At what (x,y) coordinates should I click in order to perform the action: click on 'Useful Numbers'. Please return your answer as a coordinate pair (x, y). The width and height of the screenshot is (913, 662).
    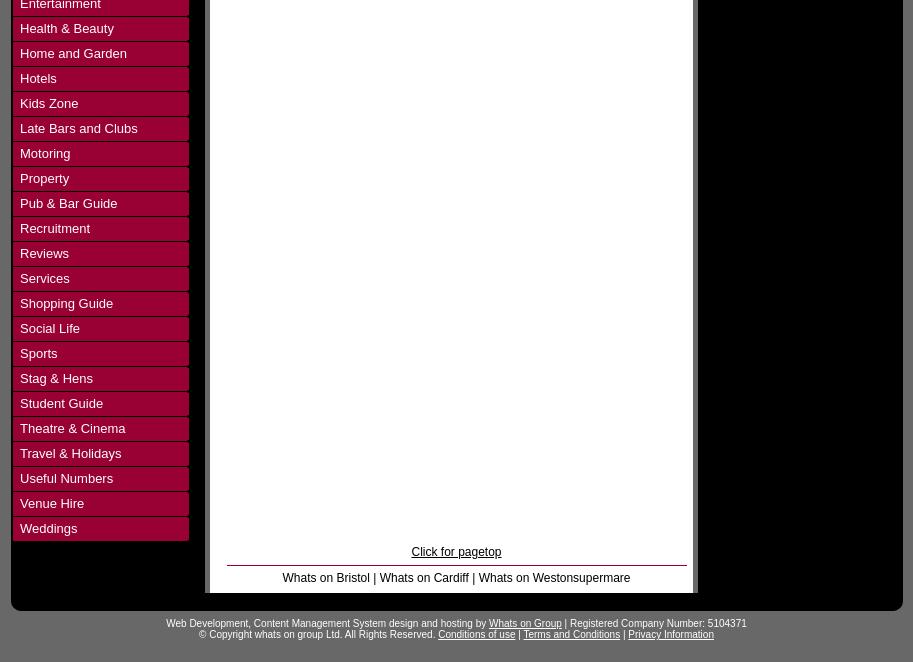
    Looking at the image, I should click on (65, 478).